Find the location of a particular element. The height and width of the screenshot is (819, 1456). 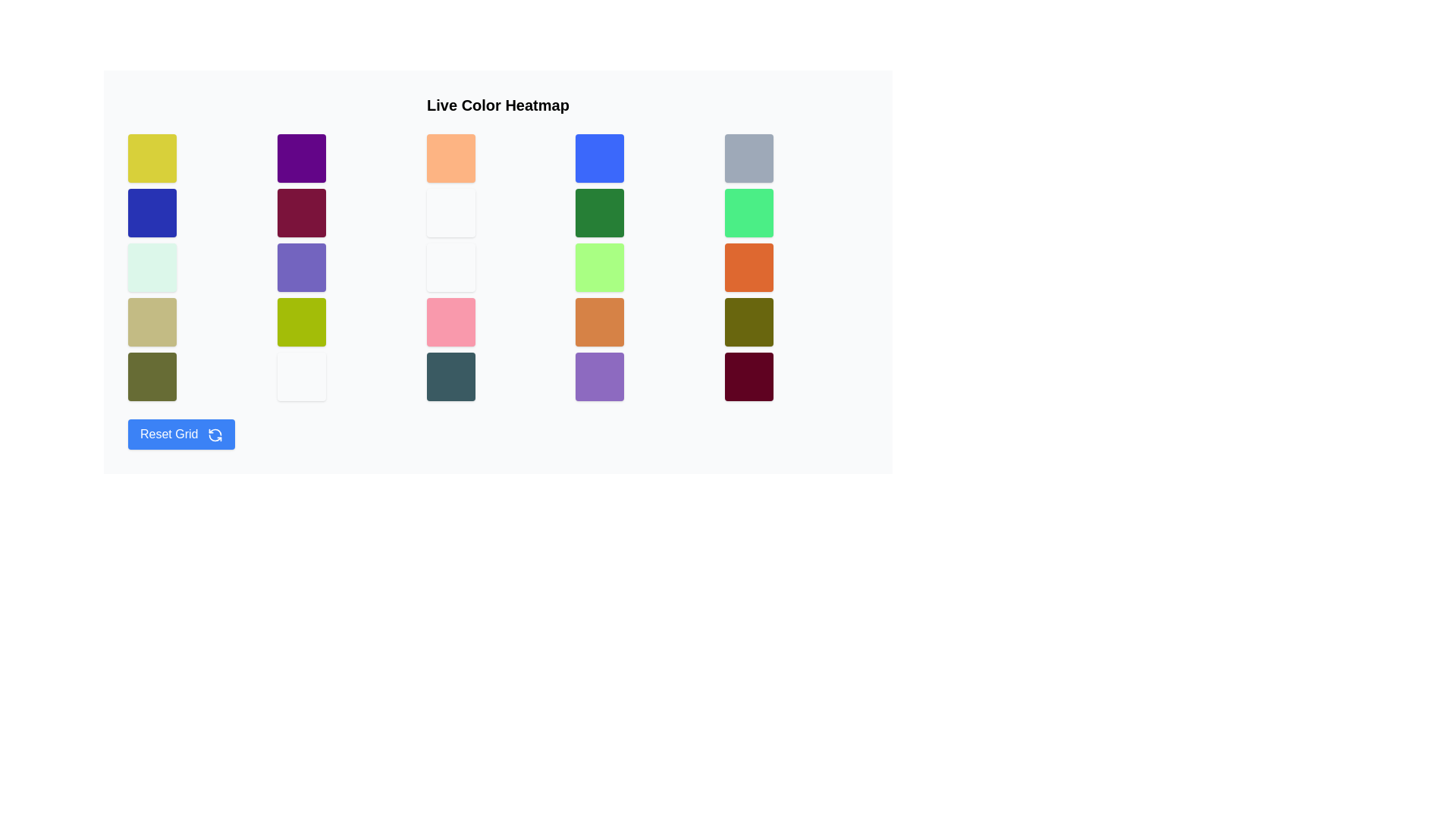

the static visual component located in the first column and first row of the grid layout, positioned at the top-left corner of the grid is located at coordinates (152, 158).